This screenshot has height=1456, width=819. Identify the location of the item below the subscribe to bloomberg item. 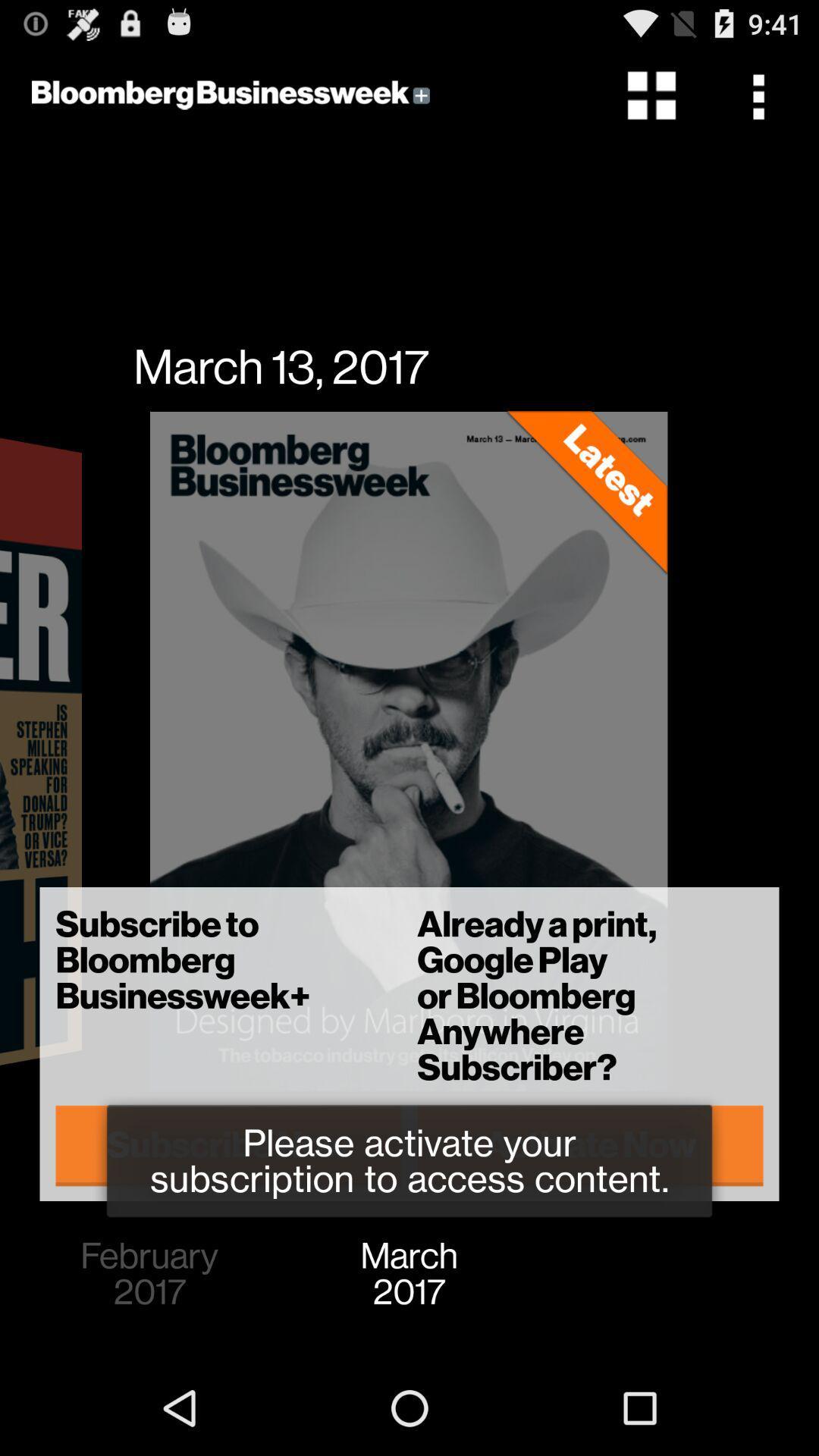
(589, 1145).